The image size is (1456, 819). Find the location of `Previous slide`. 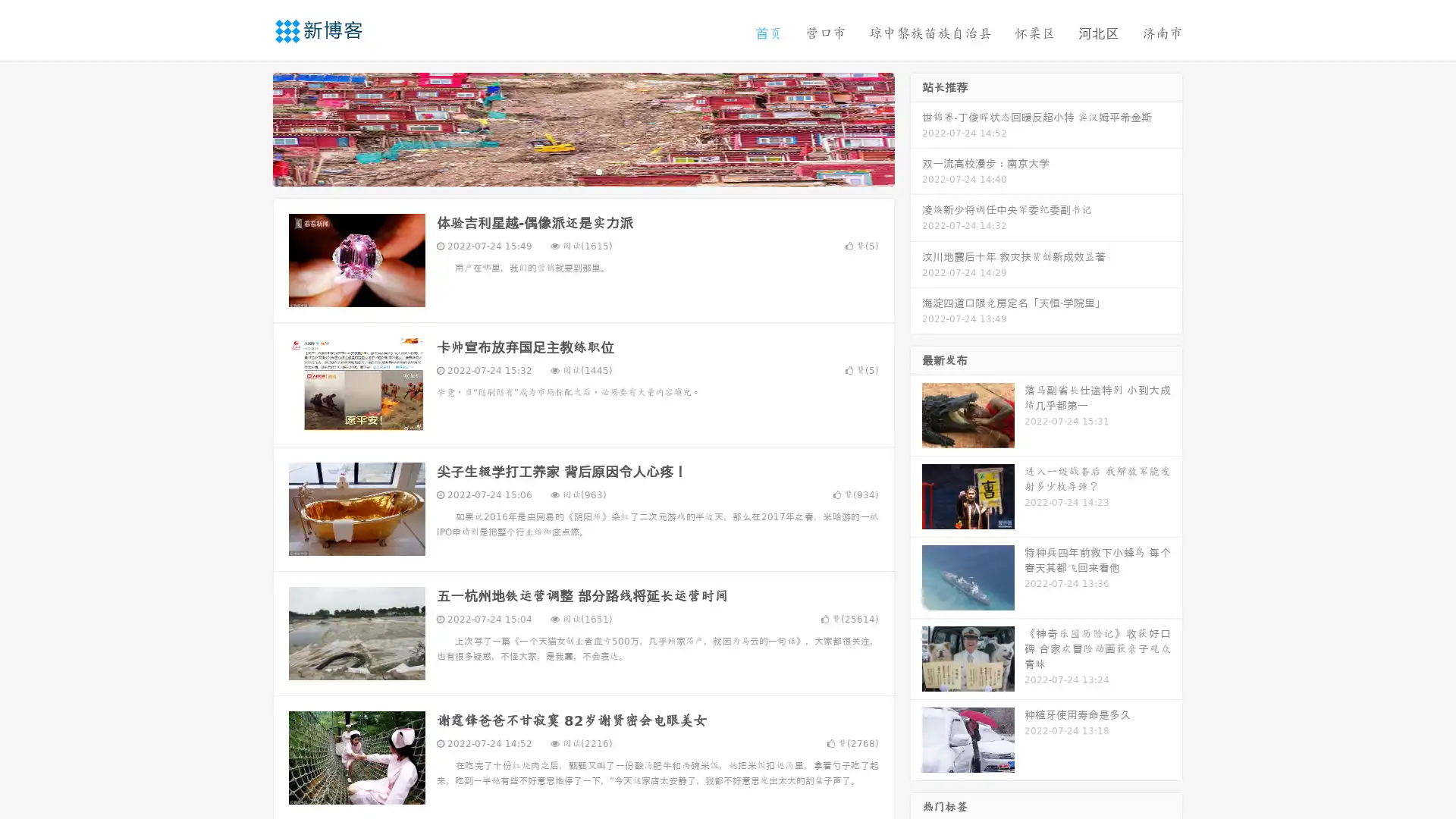

Previous slide is located at coordinates (250, 127).